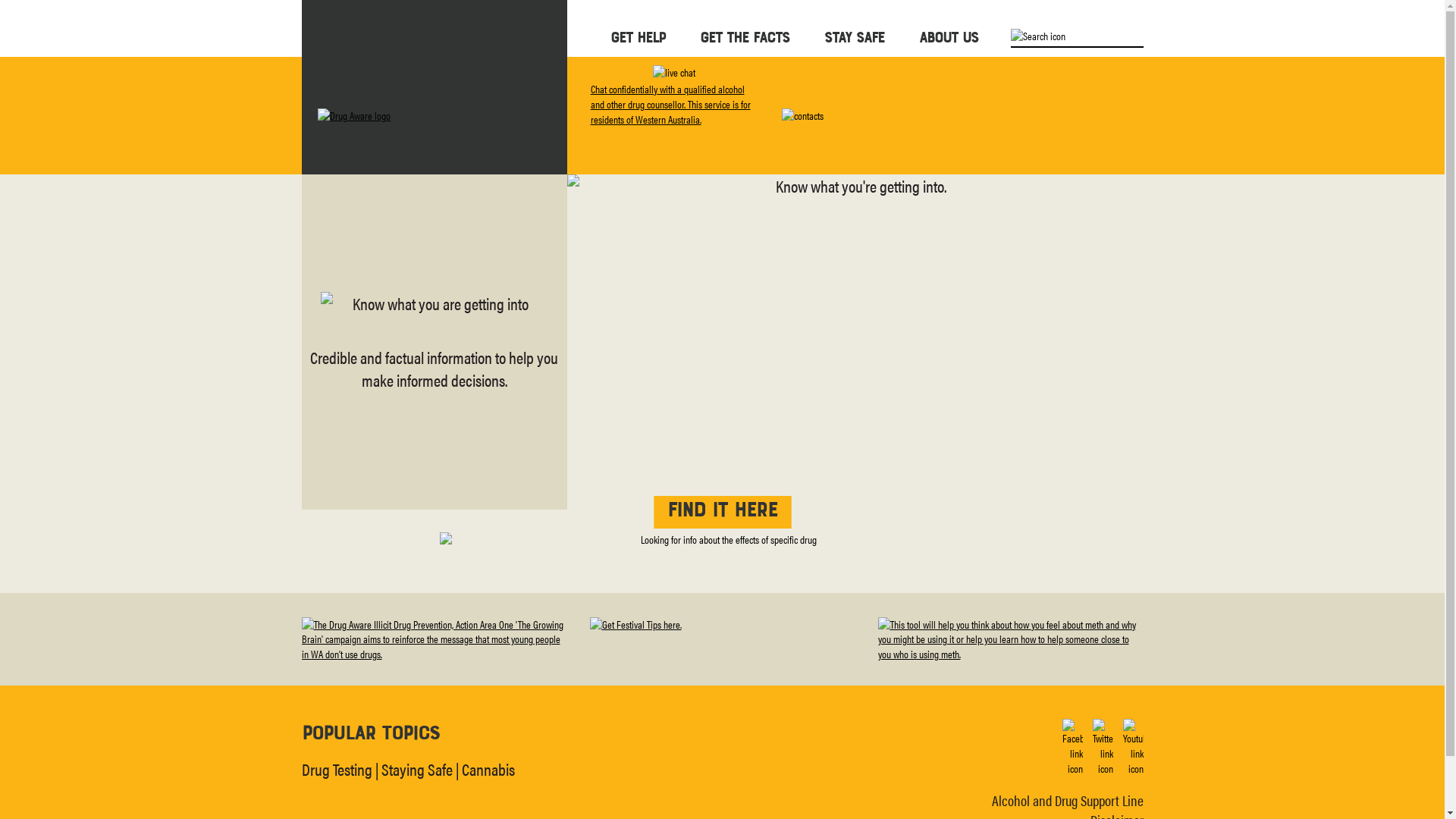 The image size is (1456, 819). What do you see at coordinates (610, 36) in the screenshot?
I see `'GET HELP'` at bounding box center [610, 36].